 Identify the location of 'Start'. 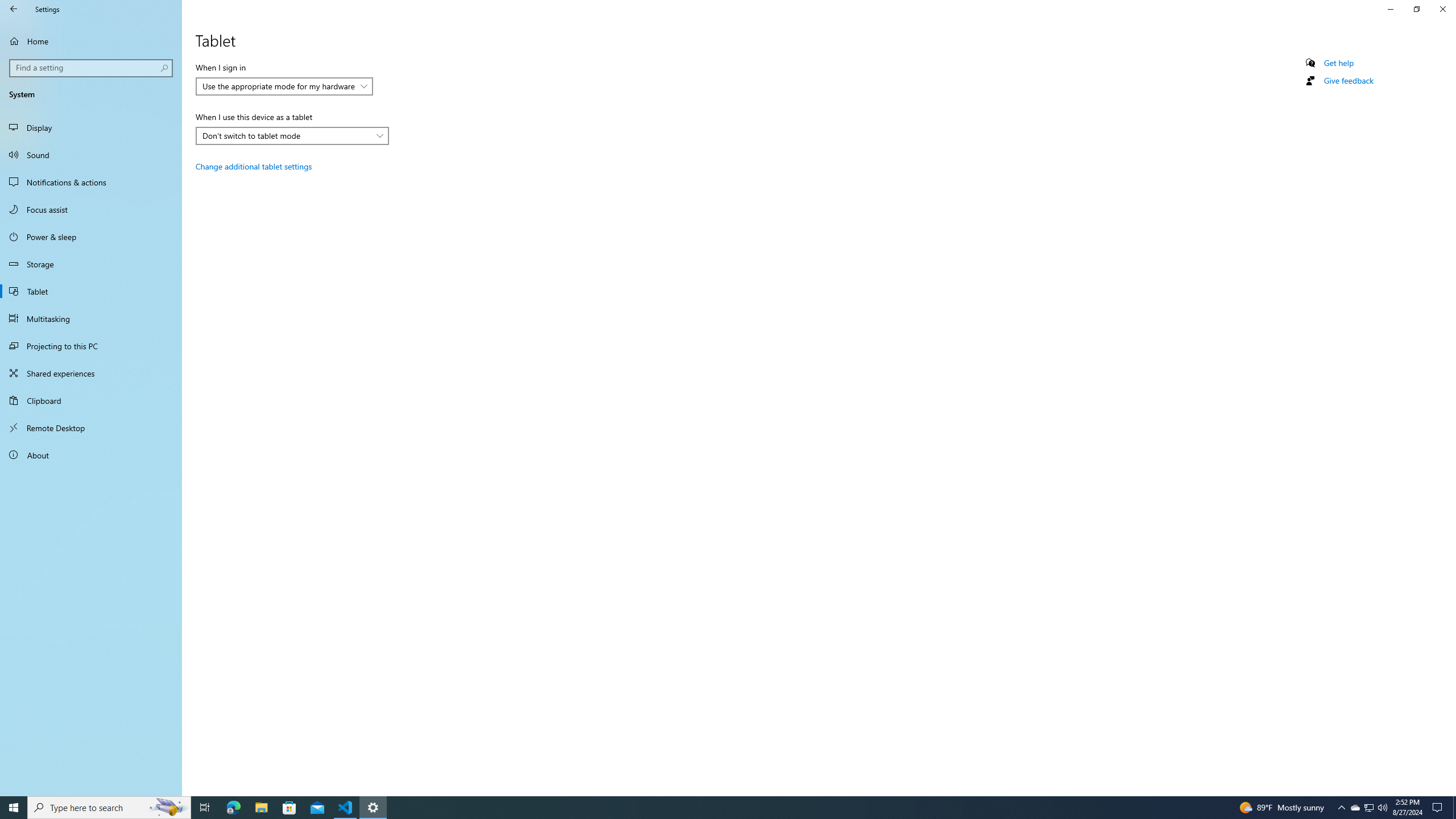
(14, 806).